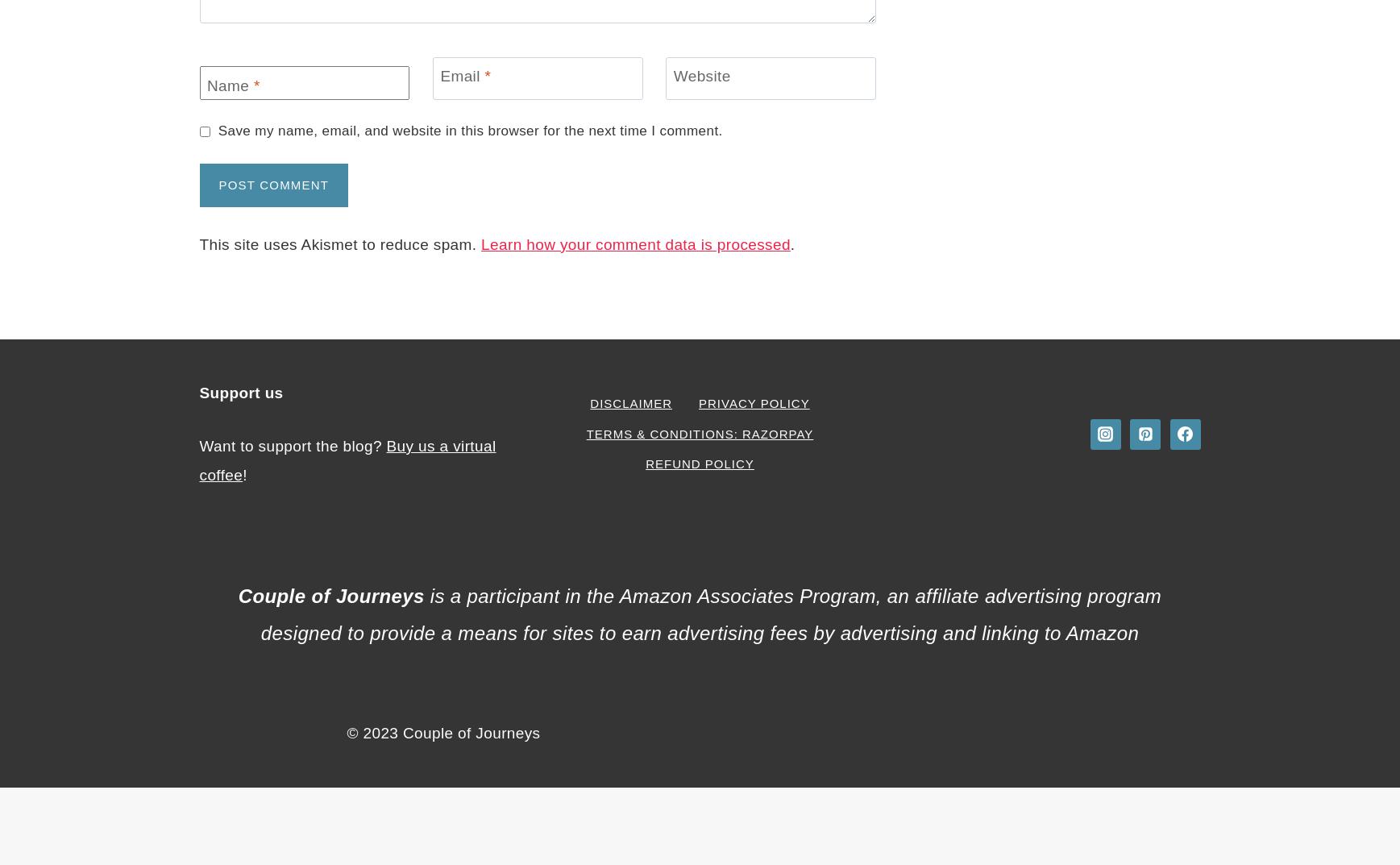  Describe the element at coordinates (330, 595) in the screenshot. I see `'Couple of Journeys'` at that location.